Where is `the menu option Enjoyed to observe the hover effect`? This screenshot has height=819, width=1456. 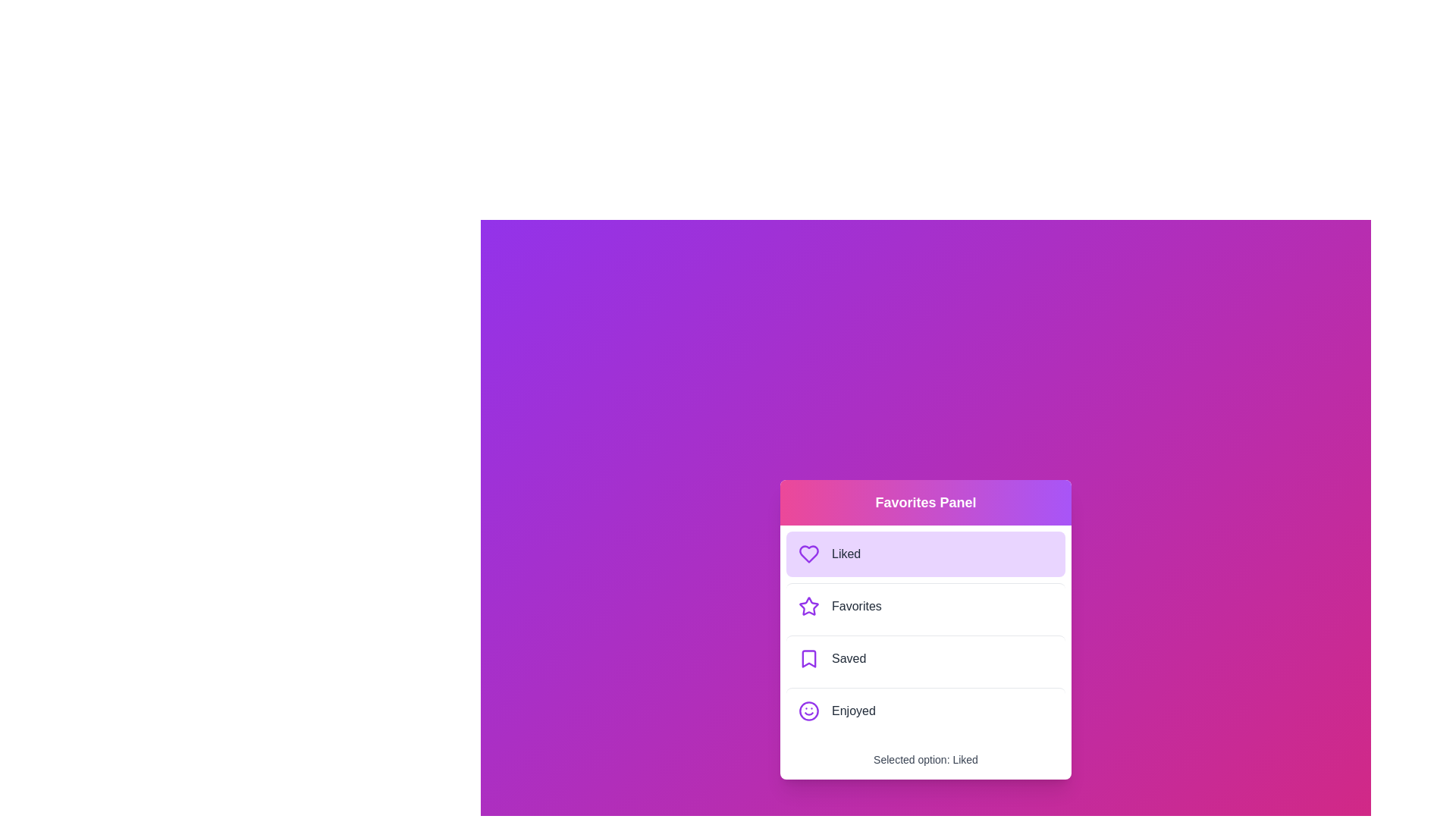 the menu option Enjoyed to observe the hover effect is located at coordinates (924, 711).